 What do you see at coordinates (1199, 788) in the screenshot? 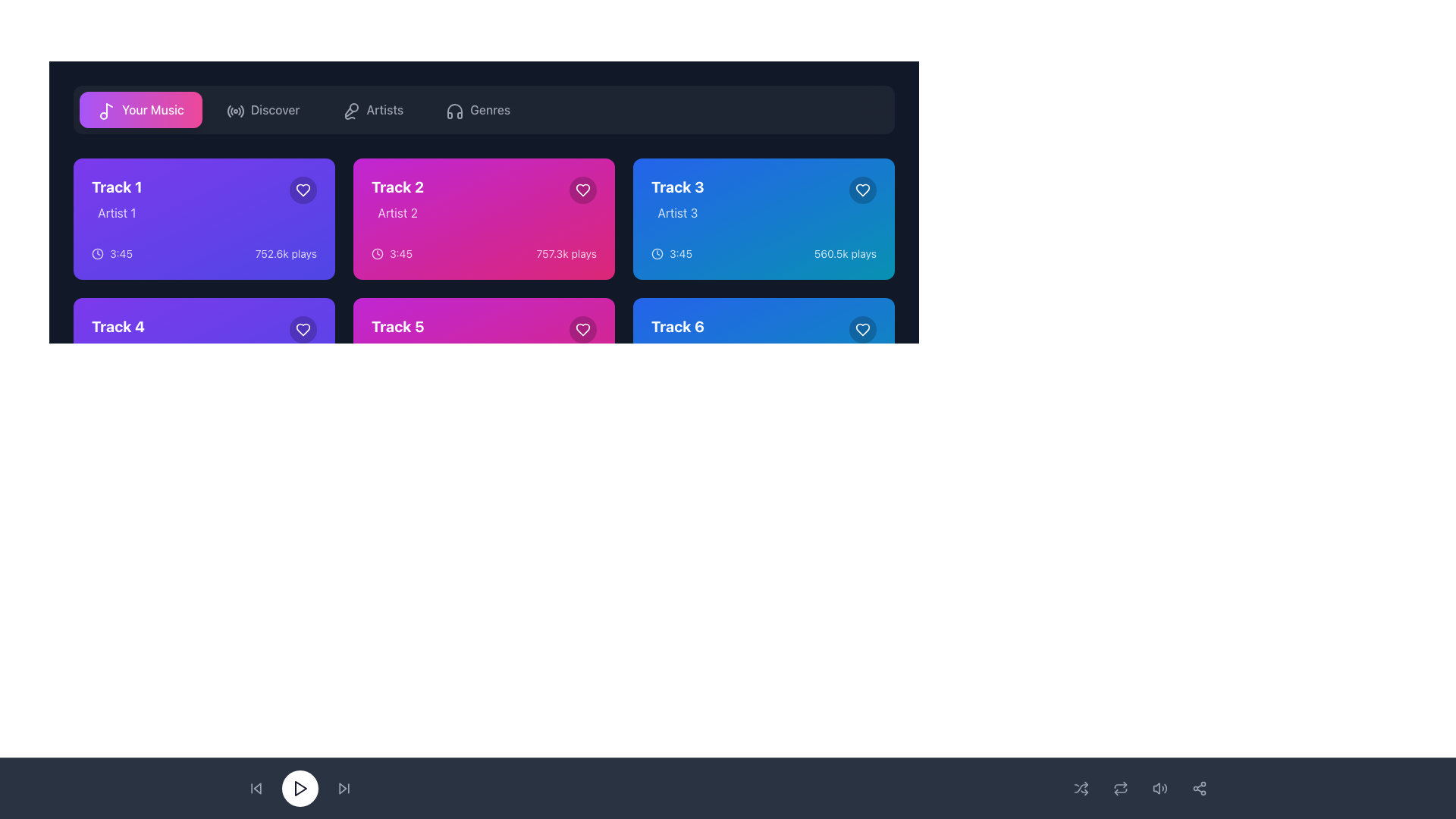
I see `the circular button with a network icon` at bounding box center [1199, 788].